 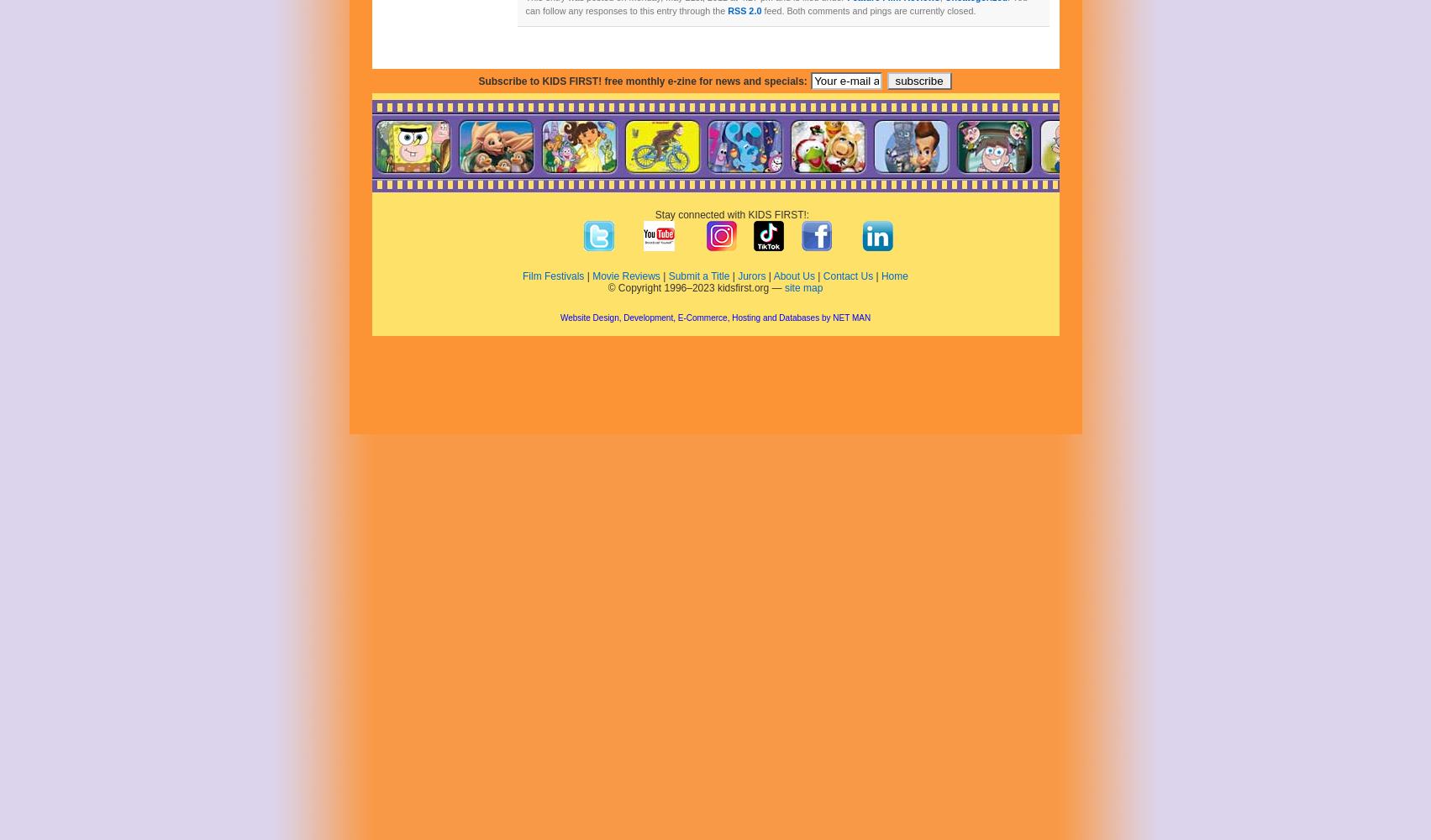 What do you see at coordinates (847, 276) in the screenshot?
I see `'Contact Us'` at bounding box center [847, 276].